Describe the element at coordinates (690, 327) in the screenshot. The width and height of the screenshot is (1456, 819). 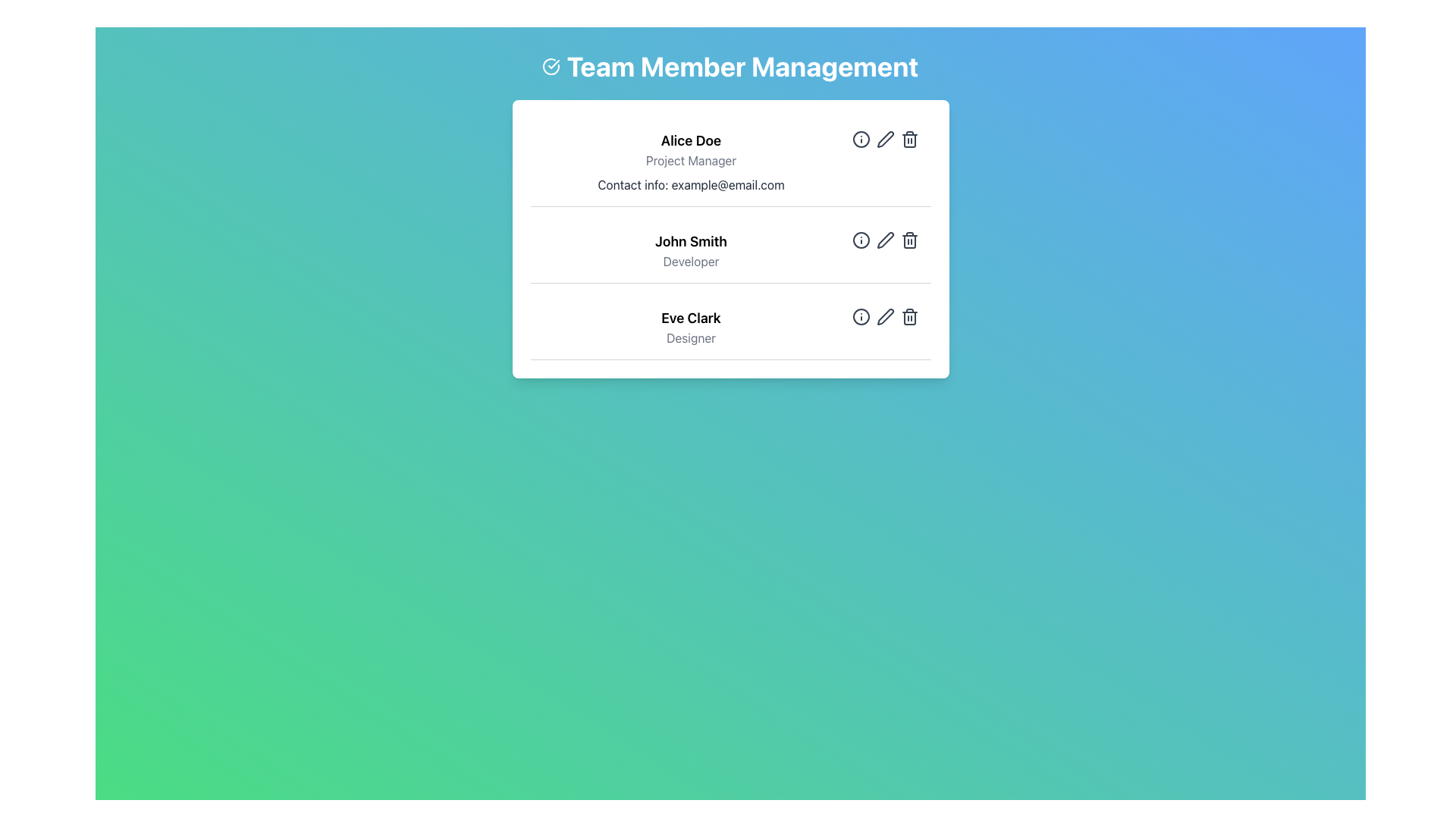
I see `the text block containing the name 'Eve Clark' and the subtext 'Designer', which is located in the third card of the vertically stacked list of team members` at that location.